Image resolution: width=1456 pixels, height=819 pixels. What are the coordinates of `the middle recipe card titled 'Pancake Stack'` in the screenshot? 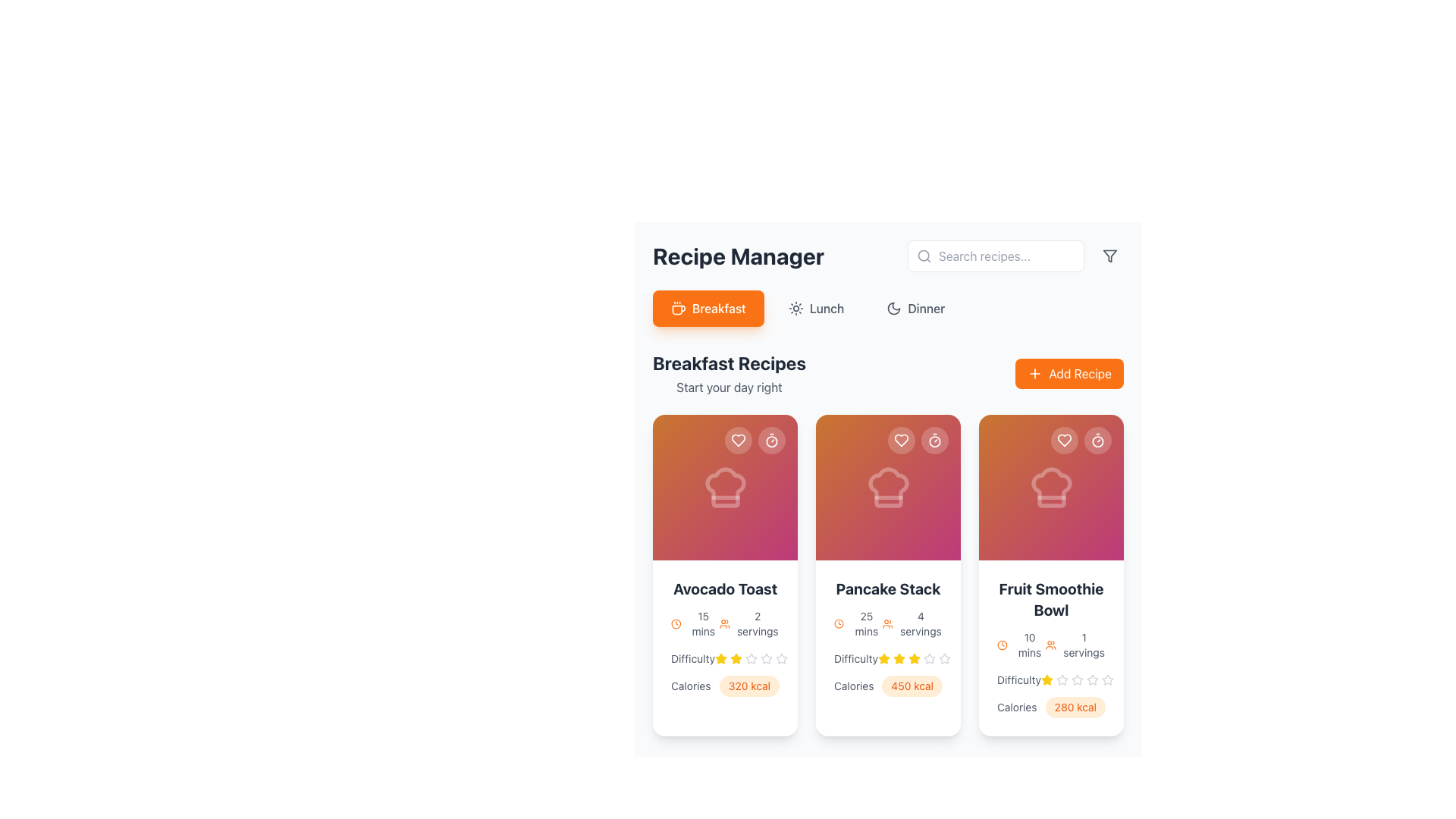 It's located at (888, 576).